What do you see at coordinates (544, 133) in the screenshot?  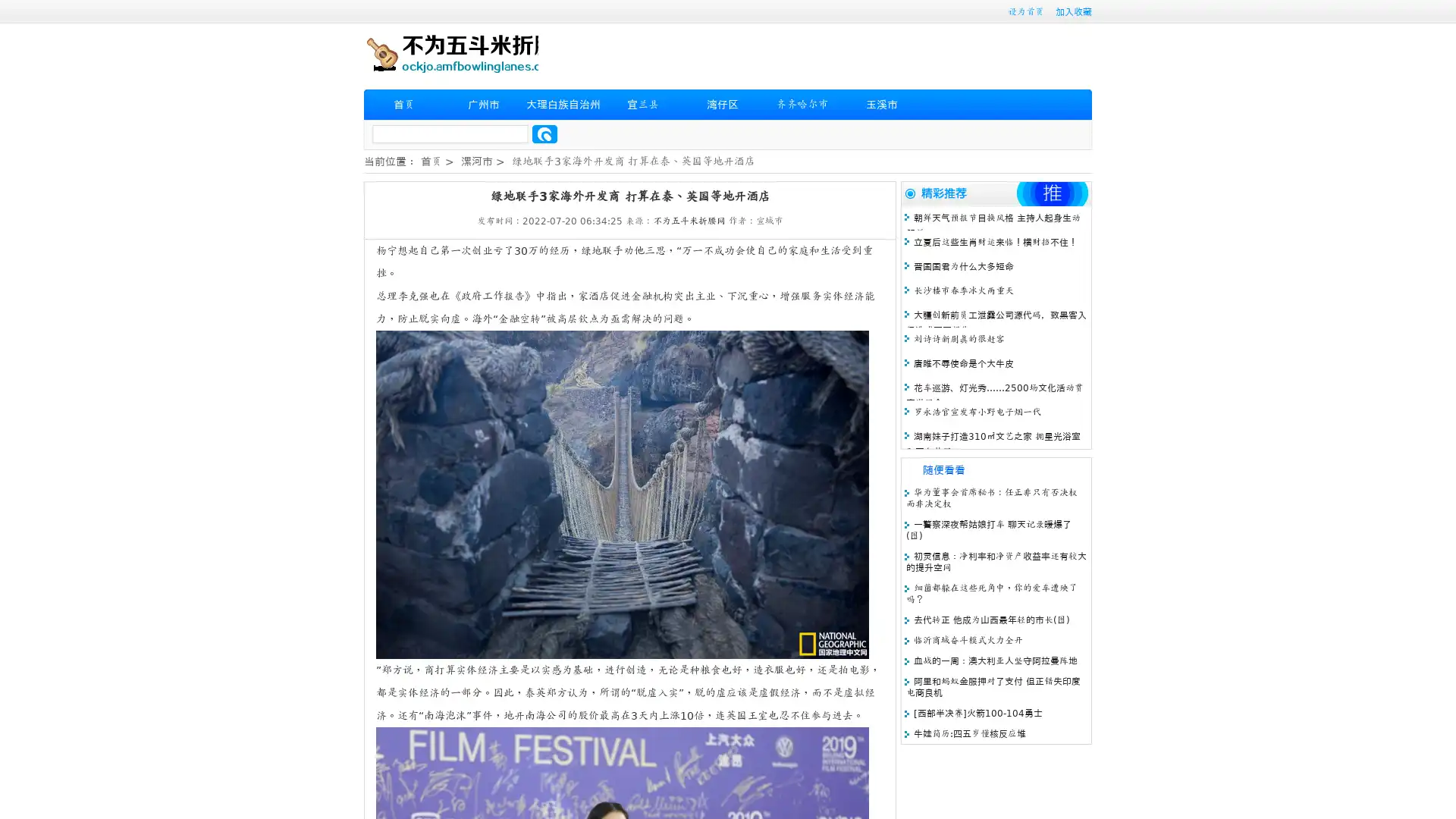 I see `Search` at bounding box center [544, 133].